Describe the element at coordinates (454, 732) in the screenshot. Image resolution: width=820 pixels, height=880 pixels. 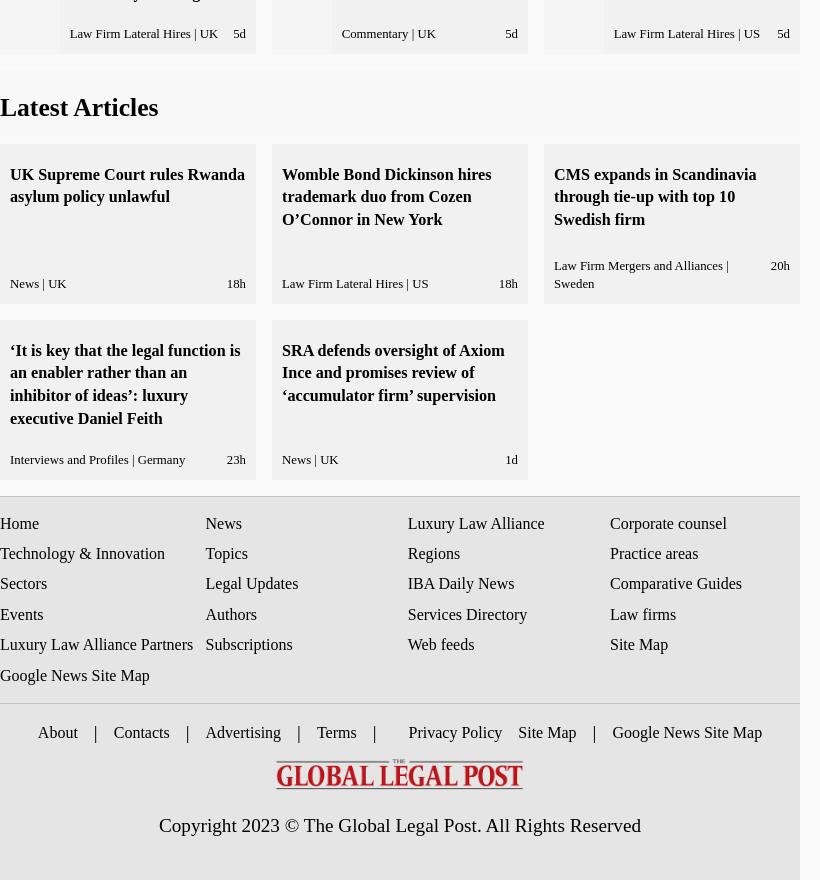
I see `'Privacy Policy'` at that location.